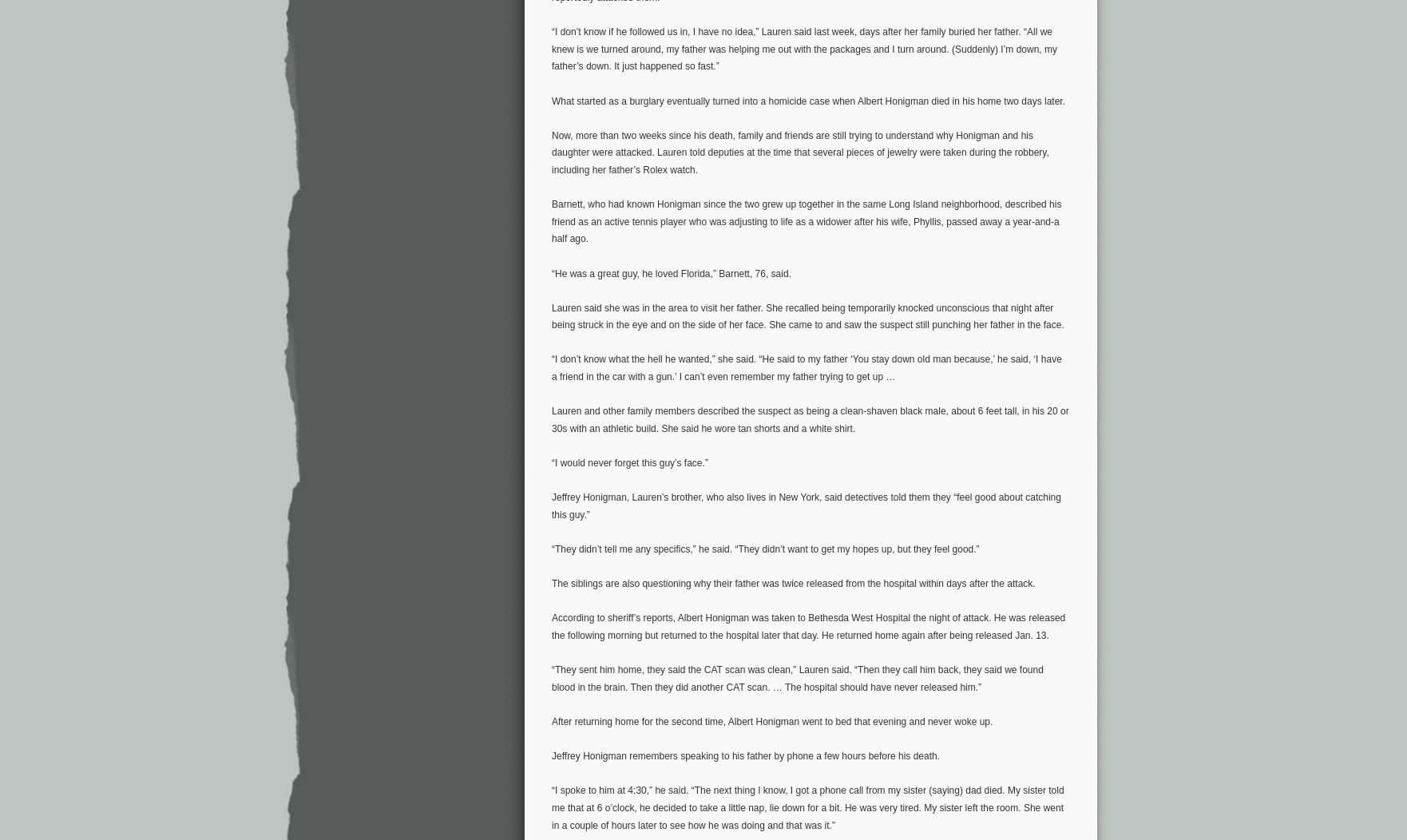  Describe the element at coordinates (628, 462) in the screenshot. I see `'“I would never forget this guy’s face.”'` at that location.